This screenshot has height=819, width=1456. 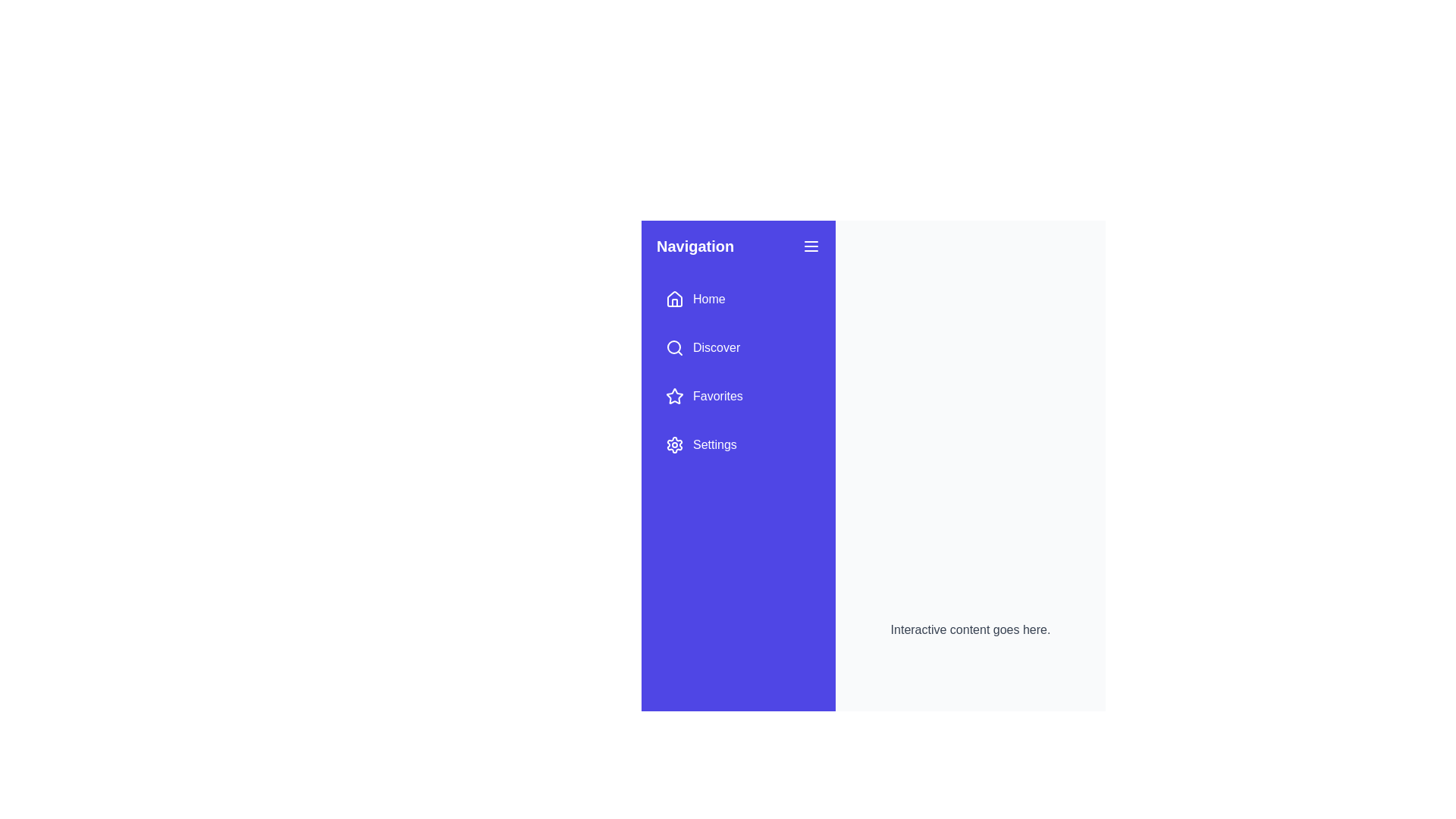 I want to click on the 'Discover' button in the sidebar to navigate to the 'Discover' section, so click(x=701, y=348).